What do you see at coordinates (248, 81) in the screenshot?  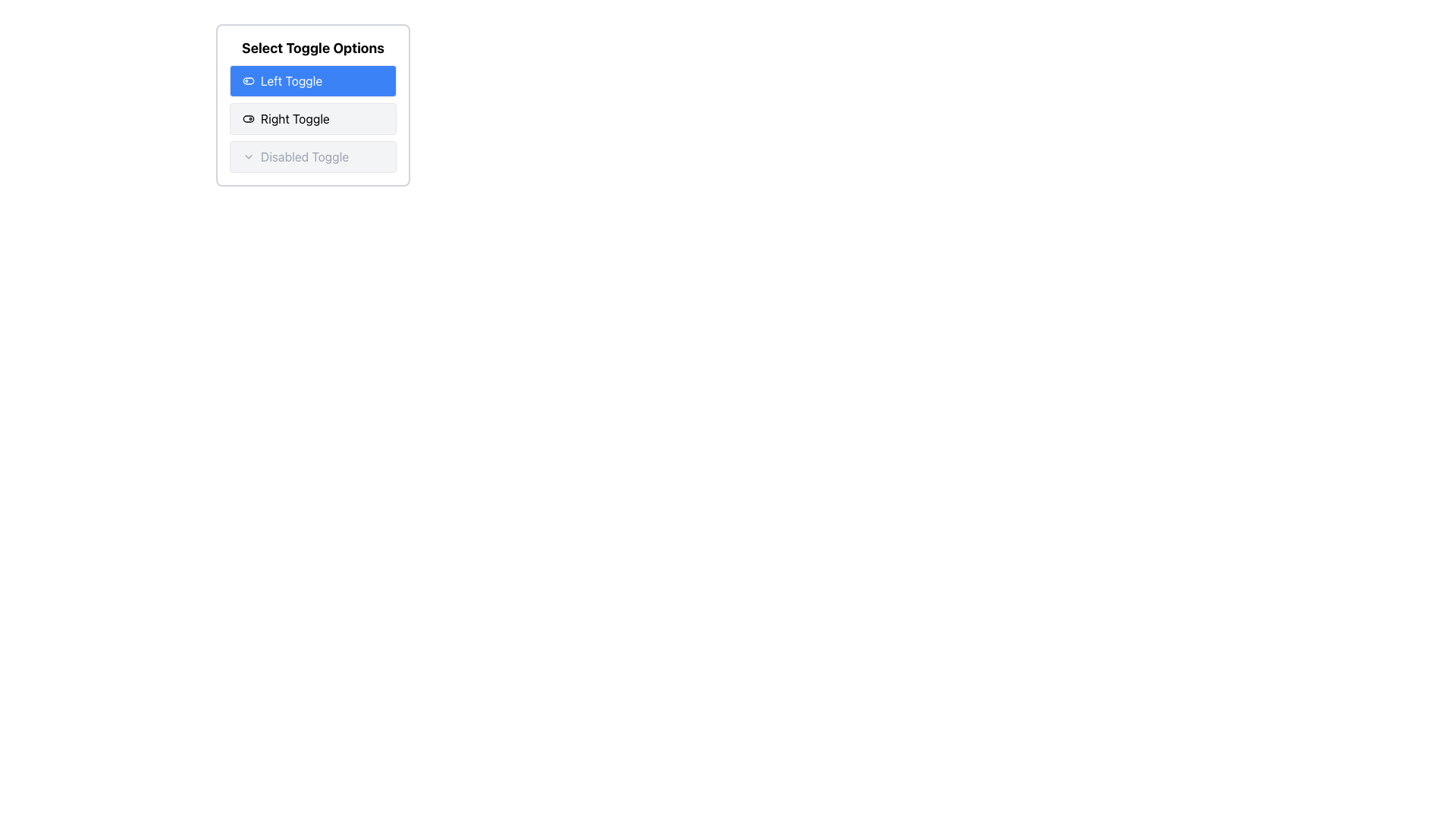 I see `the visual state of the toggle icon representing the 'Left Toggle' button in the 'Select Toggle Options' series` at bounding box center [248, 81].